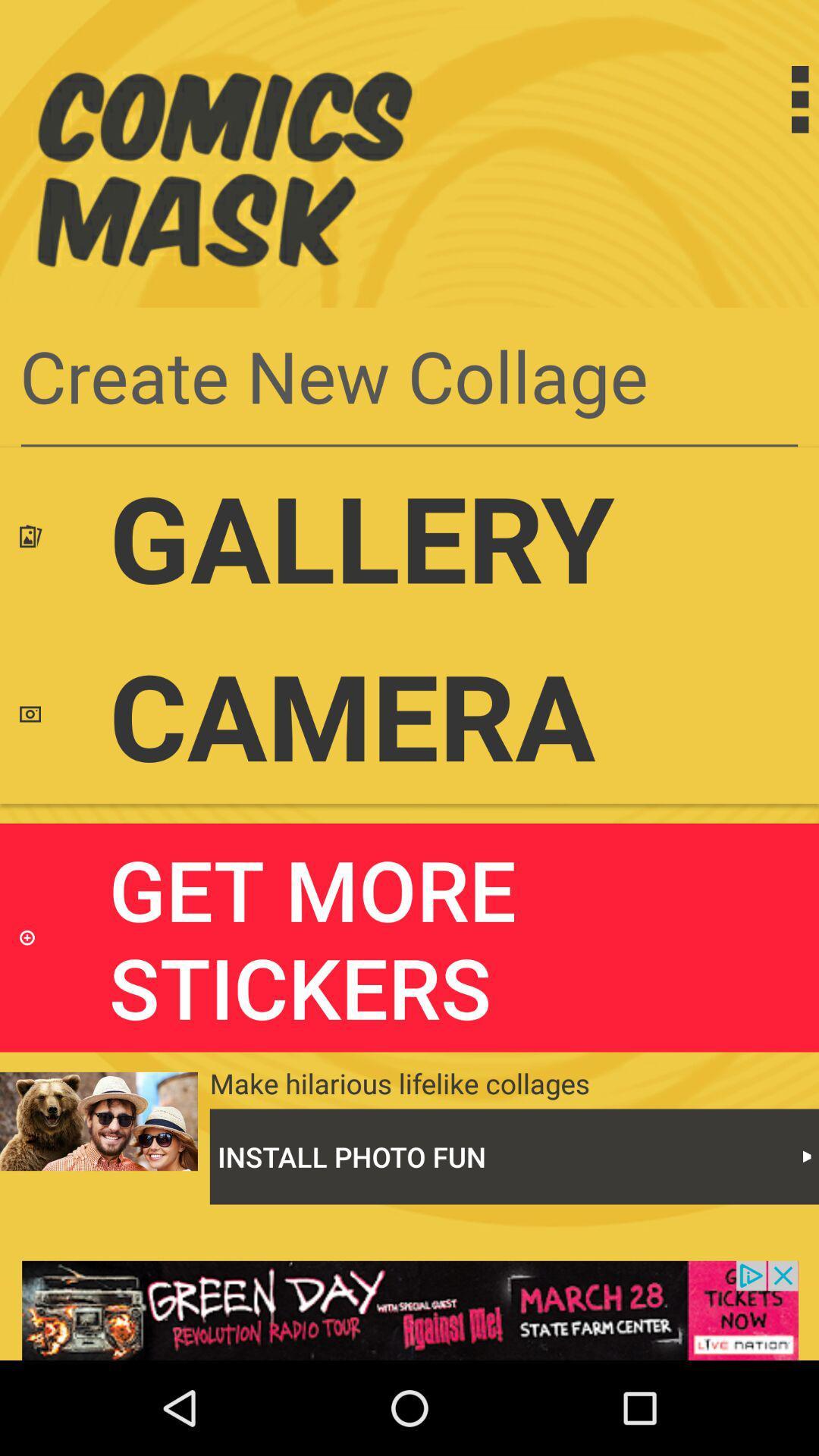 The height and width of the screenshot is (1456, 819). Describe the element at coordinates (409, 1310) in the screenshot. I see `click on advertisement` at that location.